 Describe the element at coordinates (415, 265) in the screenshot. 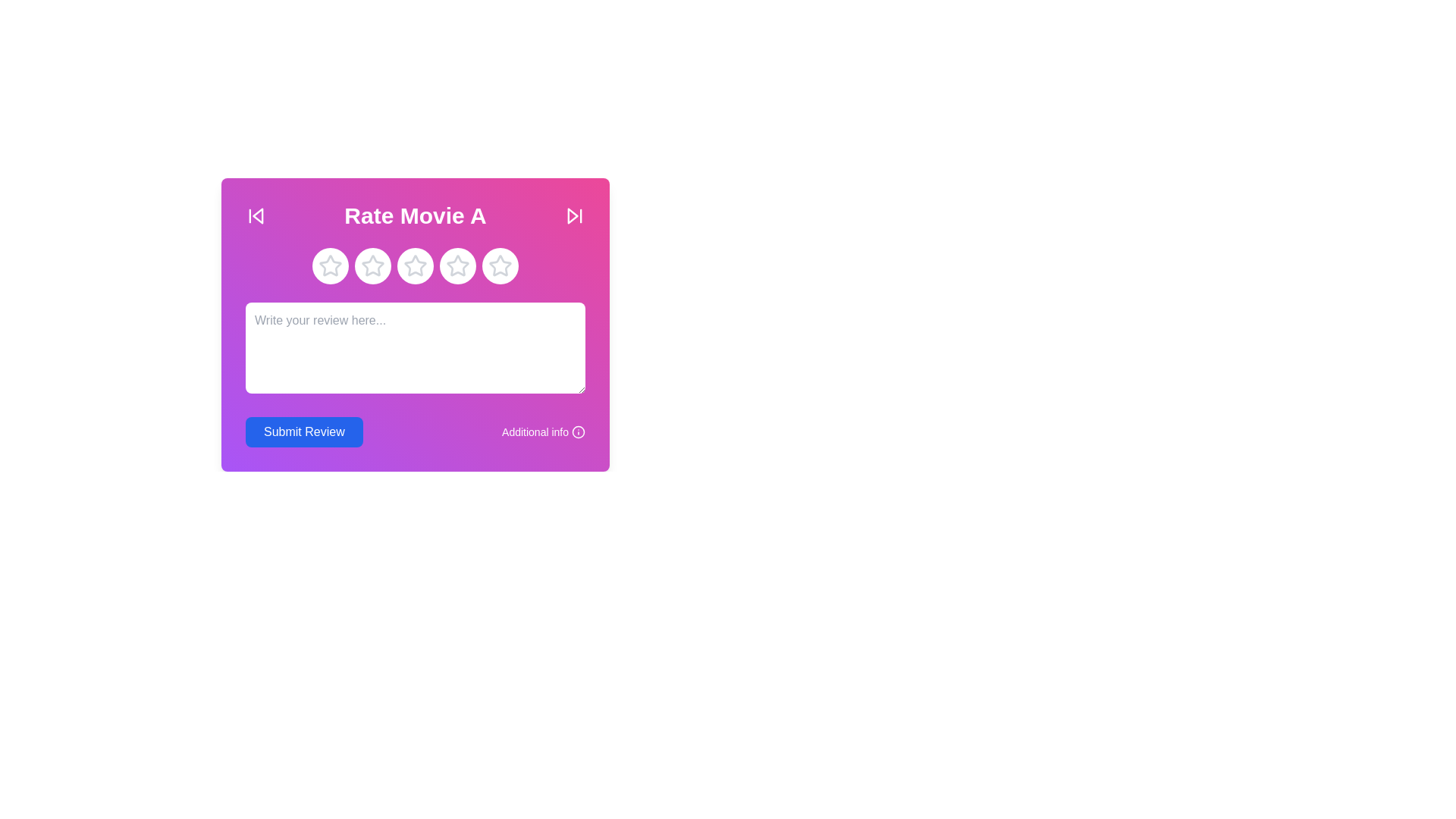

I see `the third rating button, which is a circular button with a gray star icon, located within the pink to purple gradient card titled 'Rate Movie A'` at that location.